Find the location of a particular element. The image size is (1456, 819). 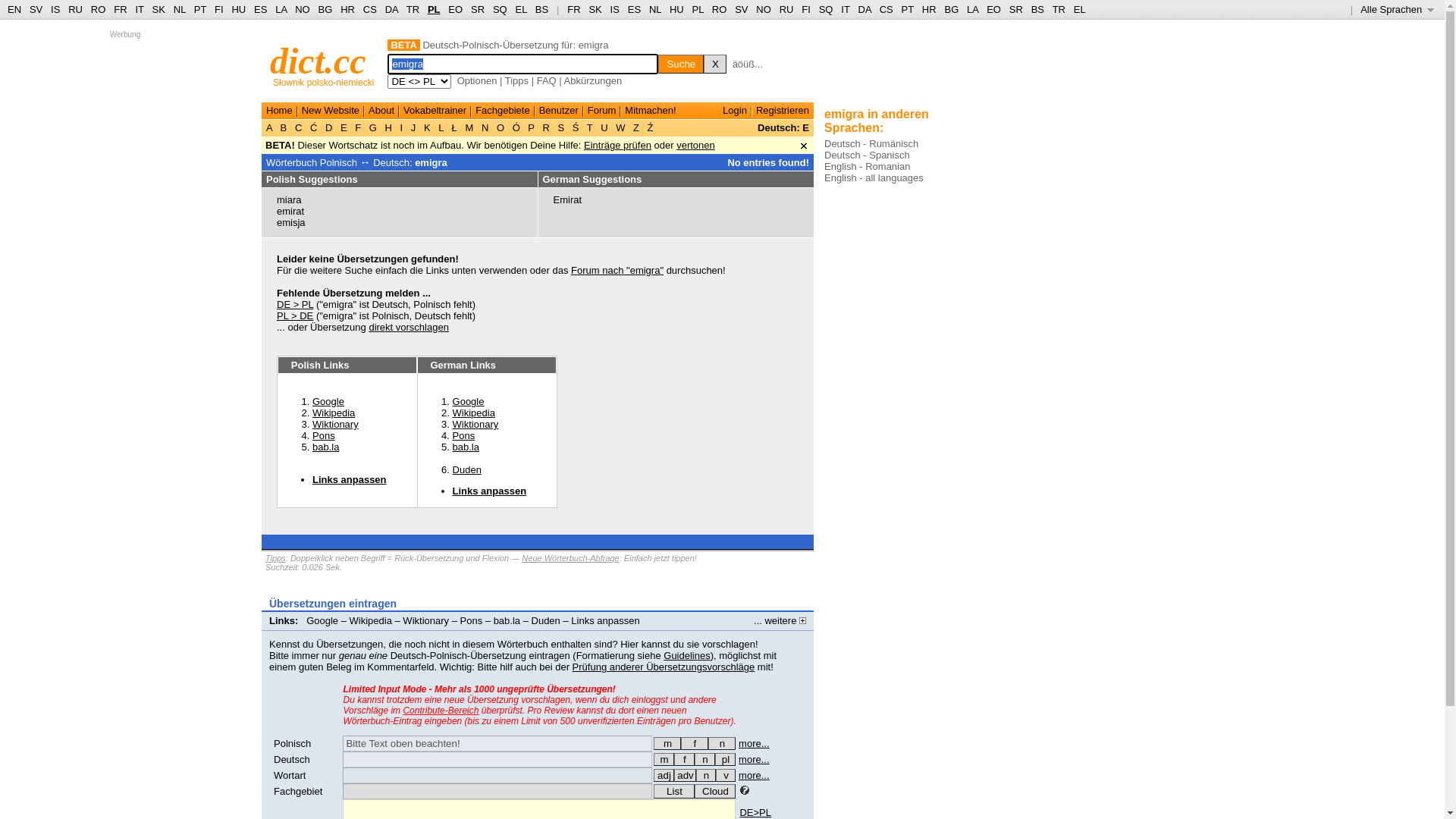

'O' is located at coordinates (500, 127).